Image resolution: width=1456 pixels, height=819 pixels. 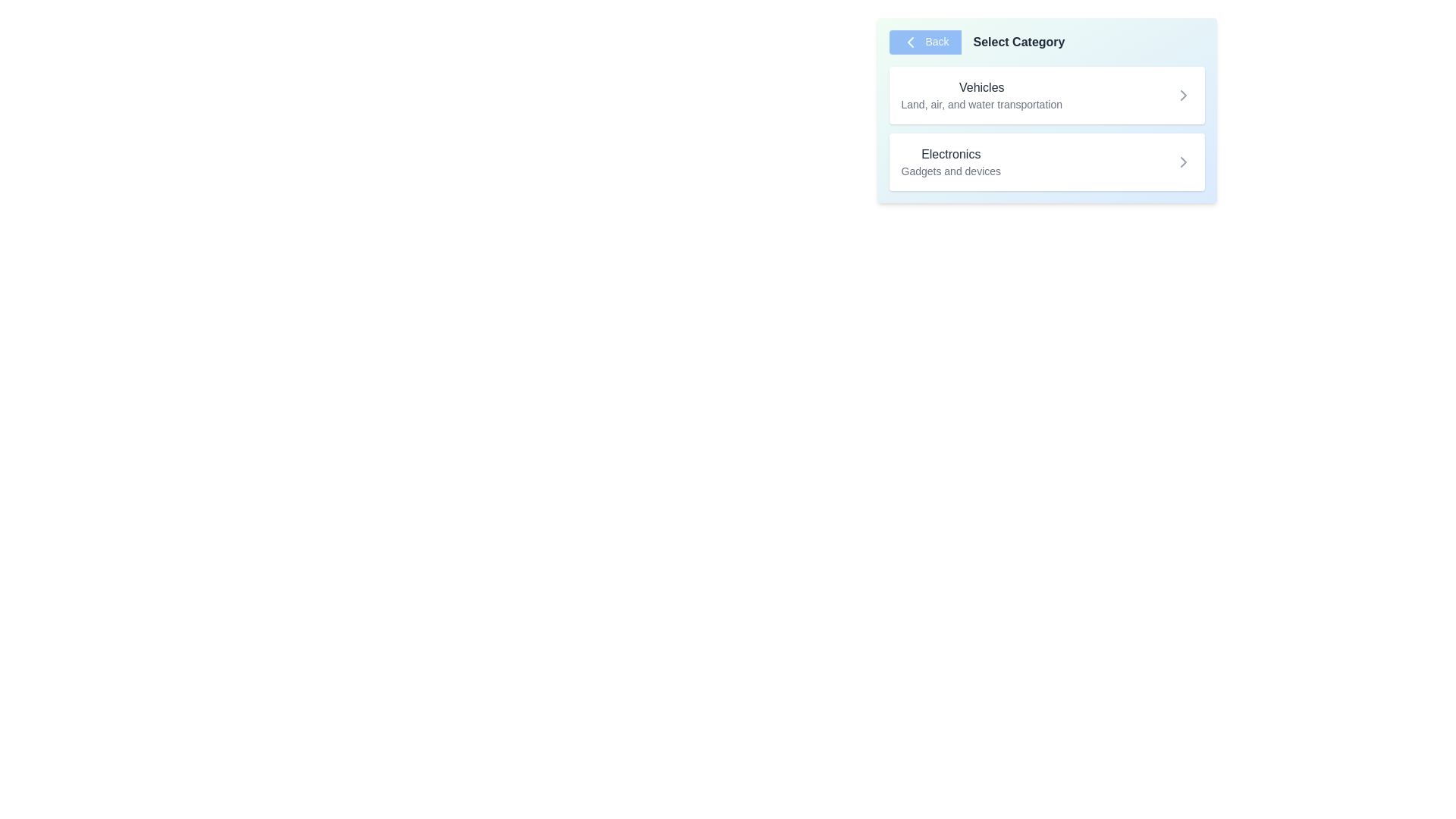 I want to click on the navigational icon located on the right edge of the 'Vehicles' list item, so click(x=1182, y=96).